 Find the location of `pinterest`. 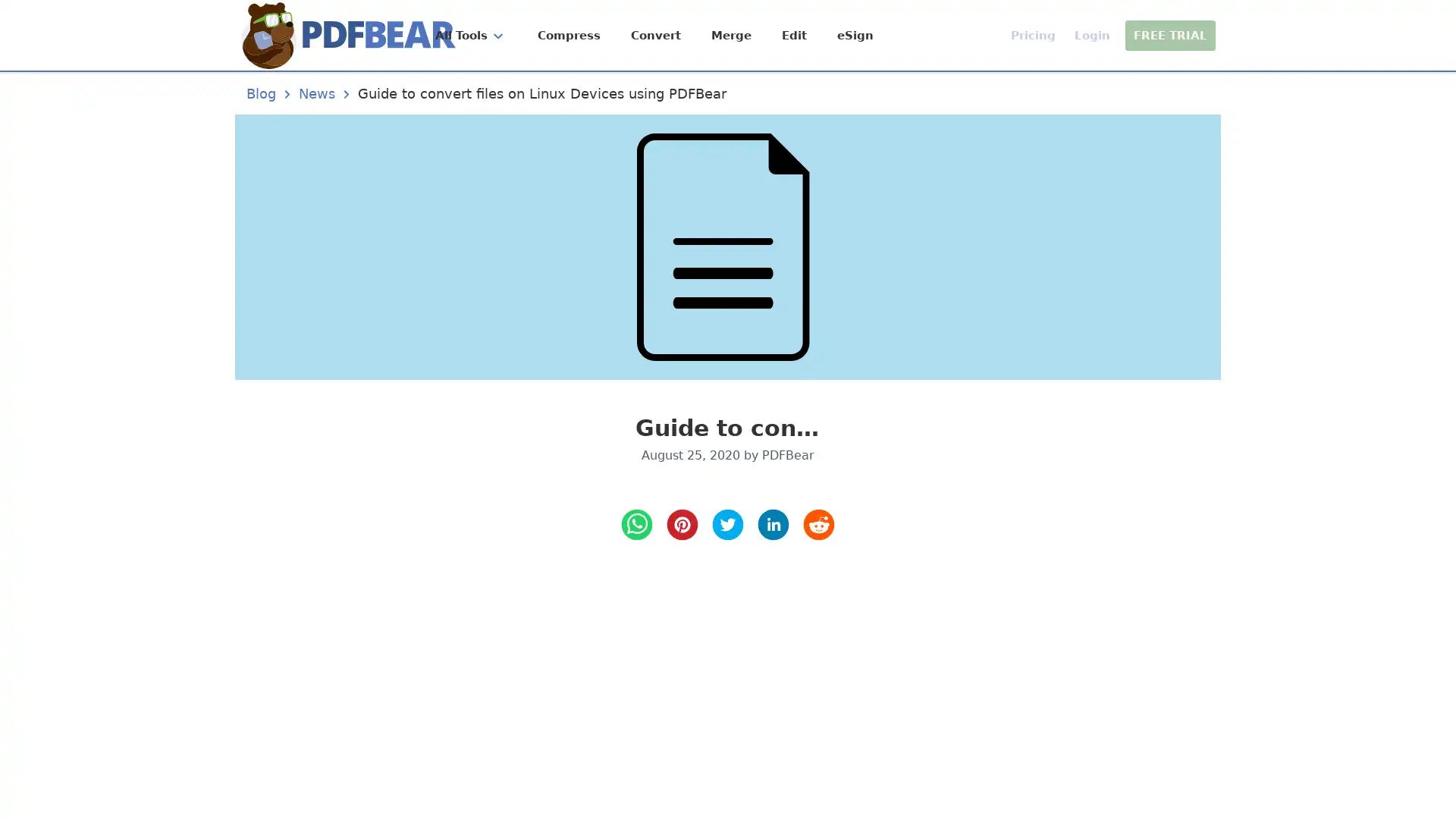

pinterest is located at coordinates (682, 523).